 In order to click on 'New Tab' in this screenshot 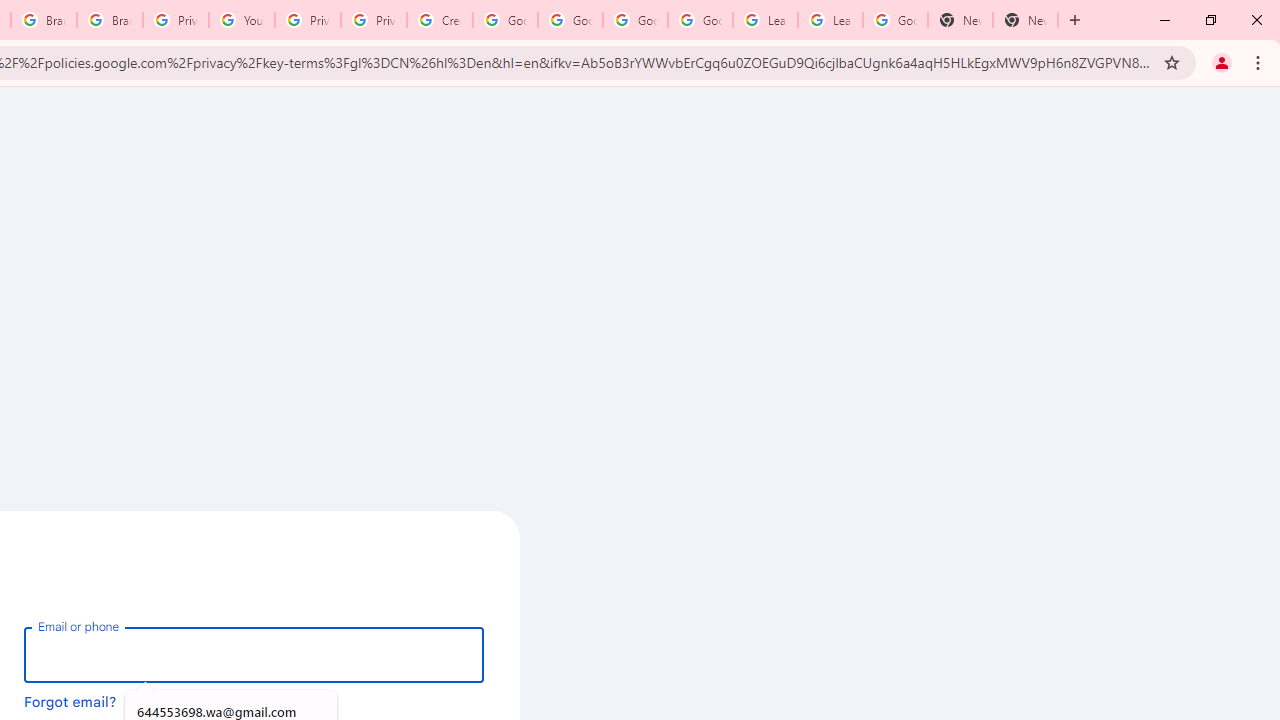, I will do `click(960, 20)`.